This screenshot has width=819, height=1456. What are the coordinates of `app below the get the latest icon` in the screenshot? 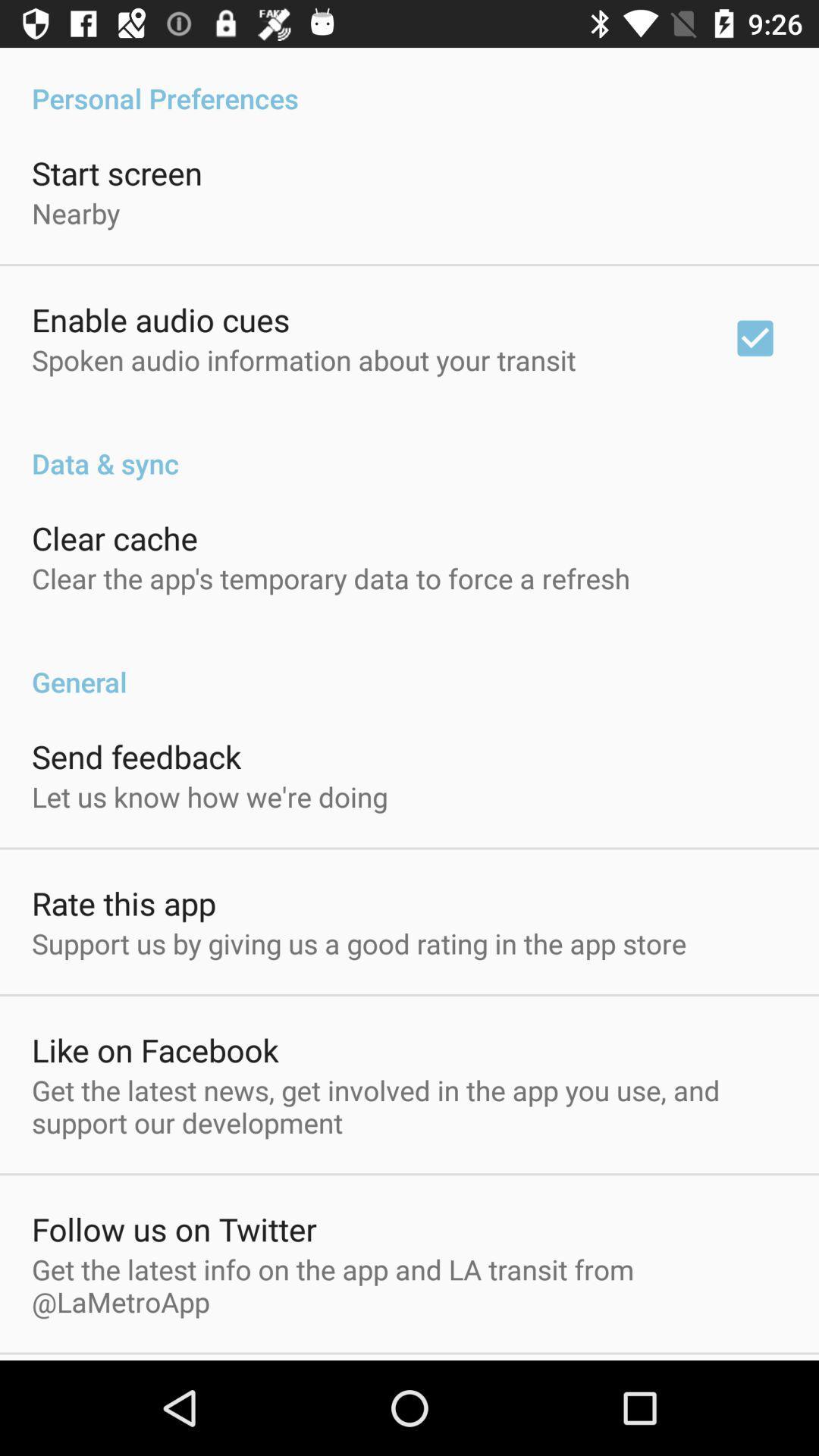 It's located at (173, 1228).